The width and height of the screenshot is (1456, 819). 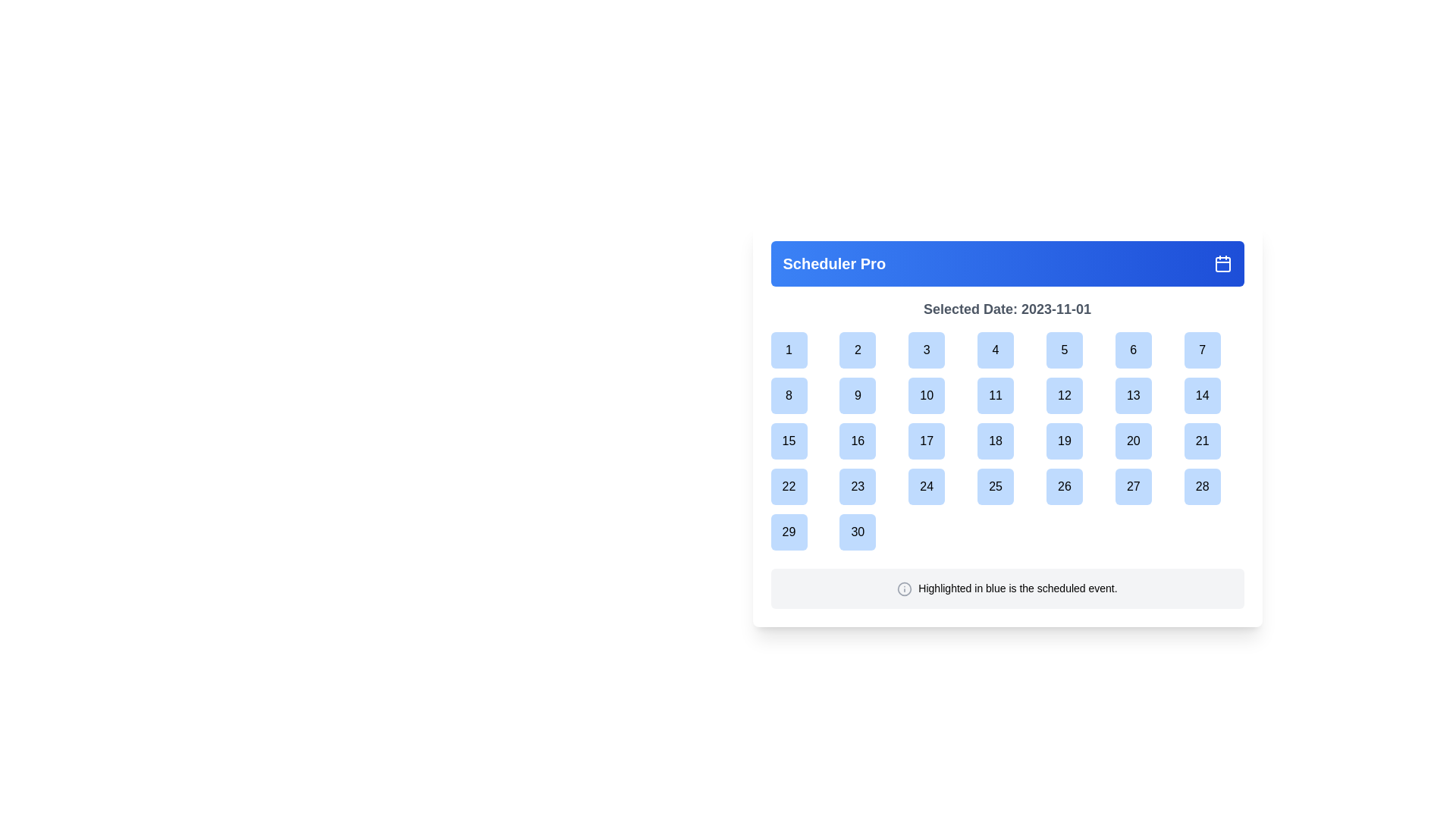 I want to click on the square-shaped button with a light blue background containing the number '20', so click(x=1145, y=441).